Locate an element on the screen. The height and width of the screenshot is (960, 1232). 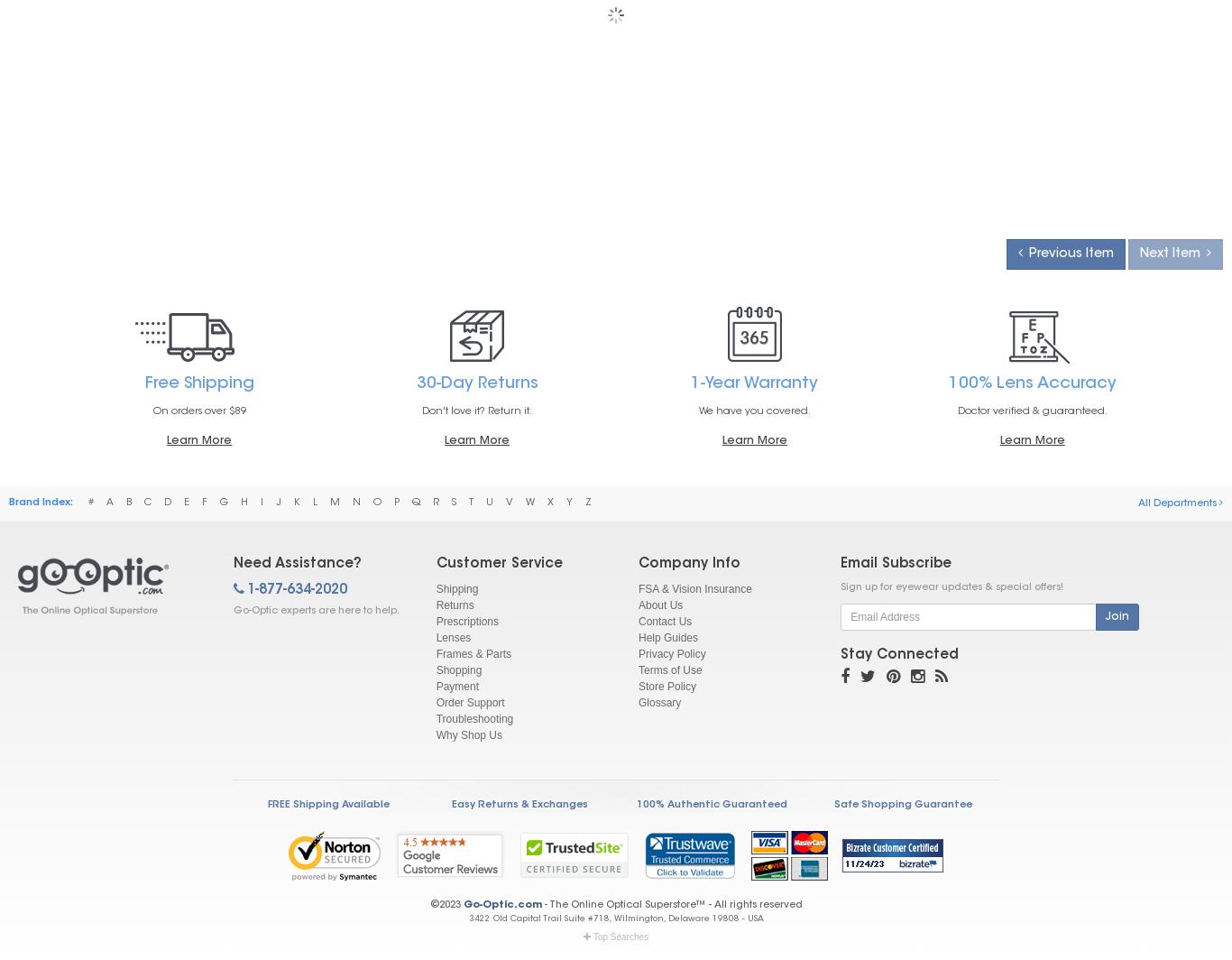
'Safe Shopping Guarantee' is located at coordinates (903, 804).